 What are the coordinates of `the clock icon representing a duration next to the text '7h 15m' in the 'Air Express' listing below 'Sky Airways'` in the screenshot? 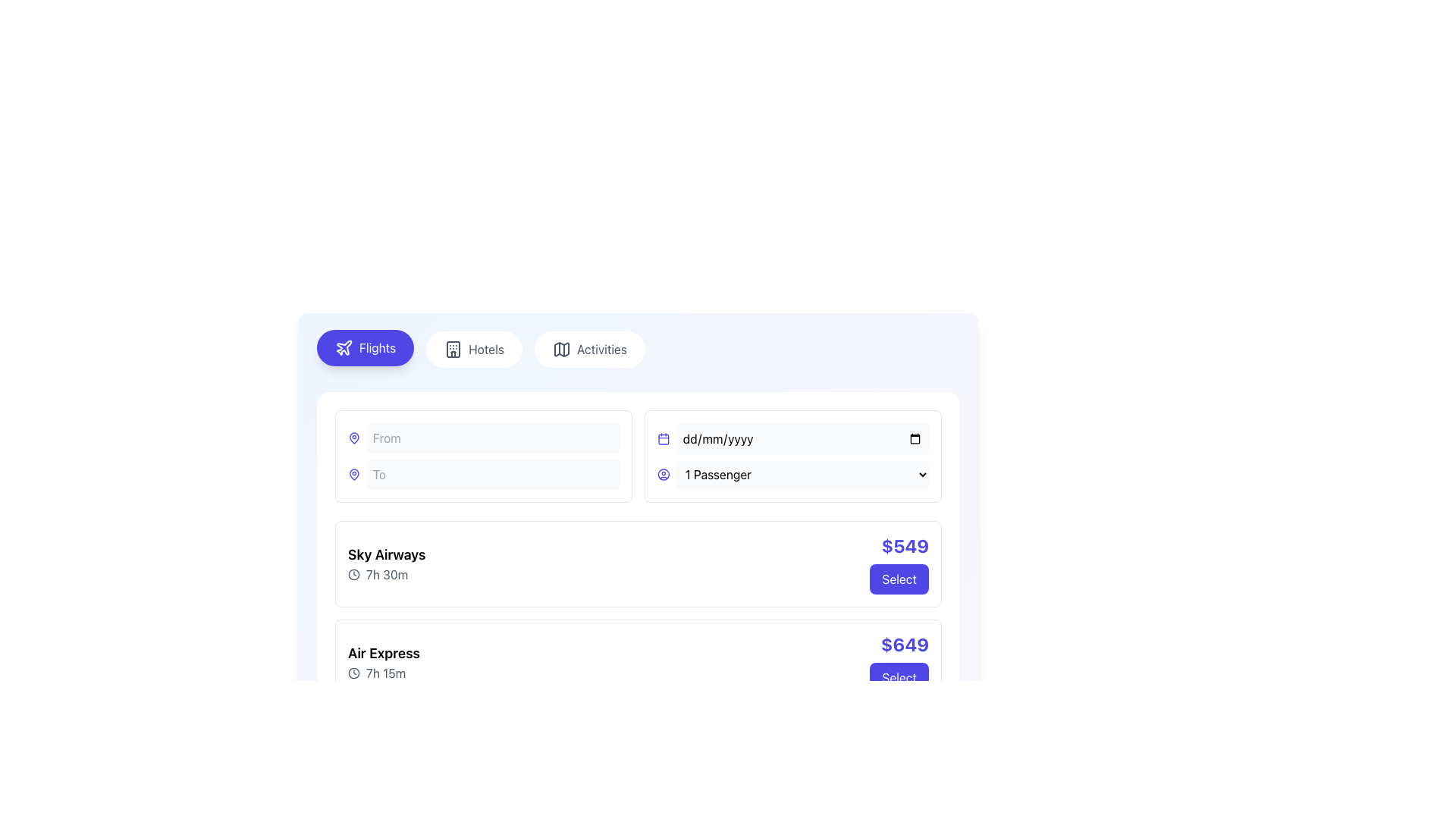 It's located at (353, 672).